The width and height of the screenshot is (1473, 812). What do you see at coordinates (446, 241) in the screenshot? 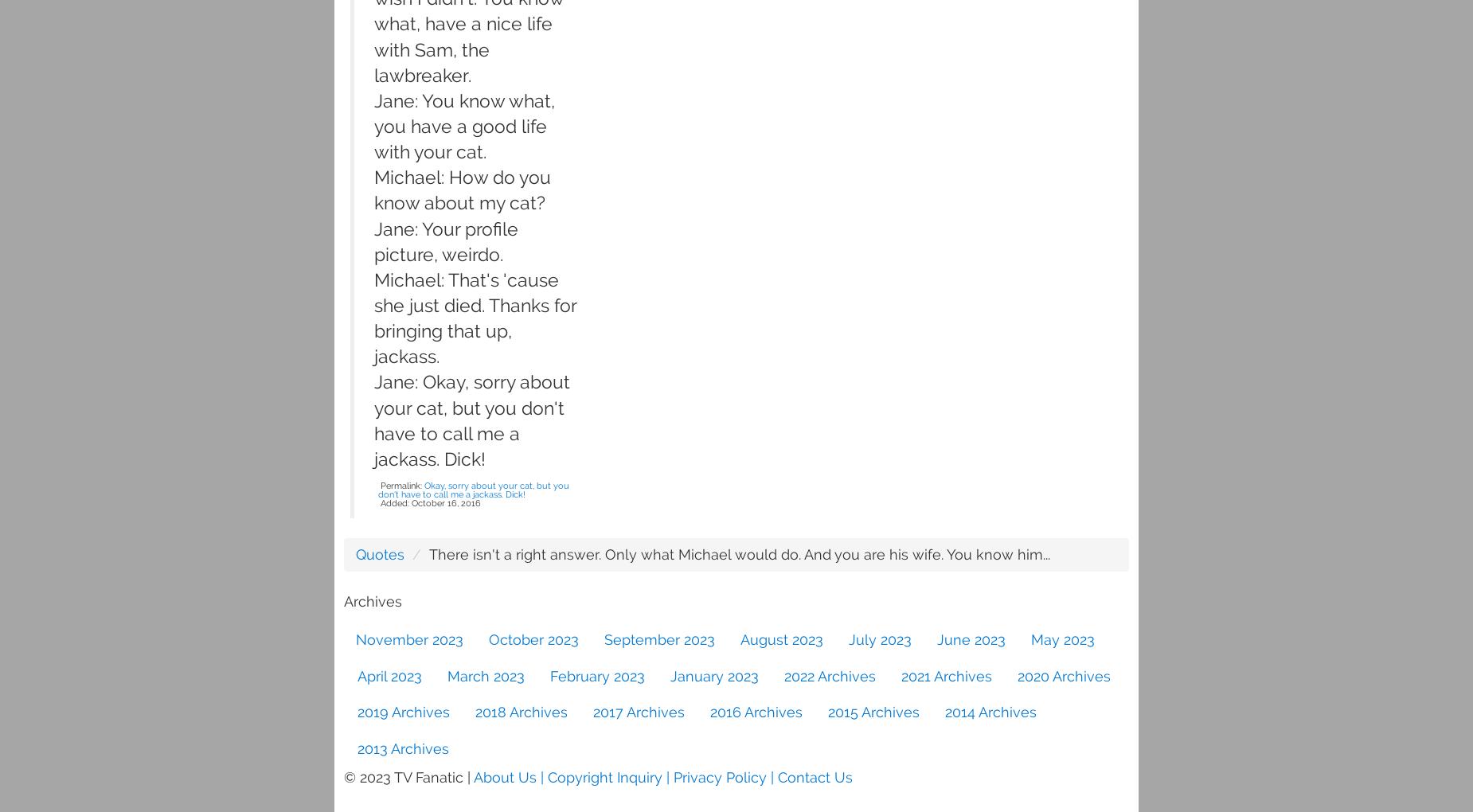
I see `'Jane: Your profile picture, weirdo.'` at bounding box center [446, 241].